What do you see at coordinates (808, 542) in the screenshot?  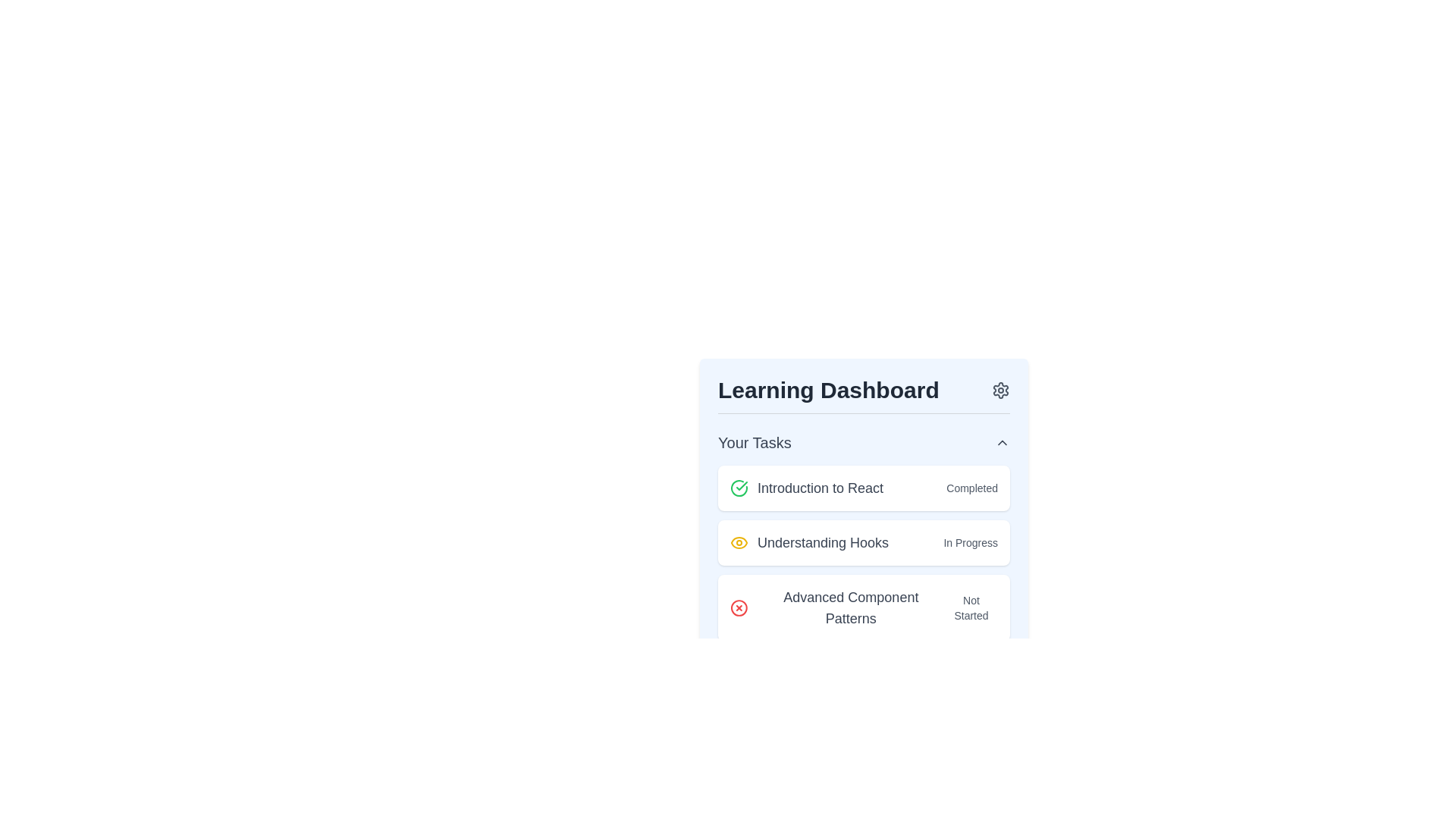 I see `the 'Understanding Hooks' text in the 'Your Tasks' section` at bounding box center [808, 542].